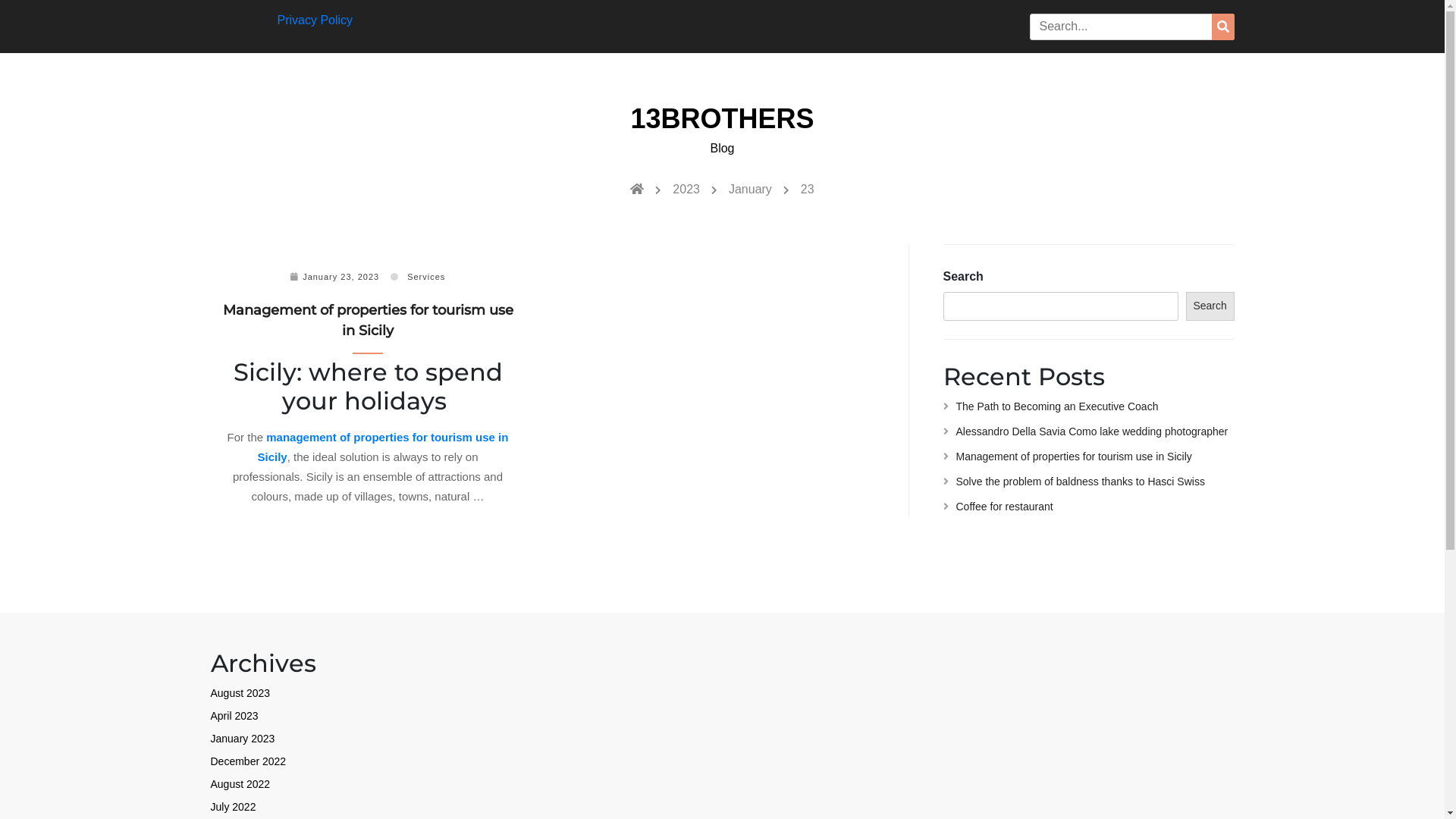  I want to click on 'January 23, 2023', so click(302, 277).